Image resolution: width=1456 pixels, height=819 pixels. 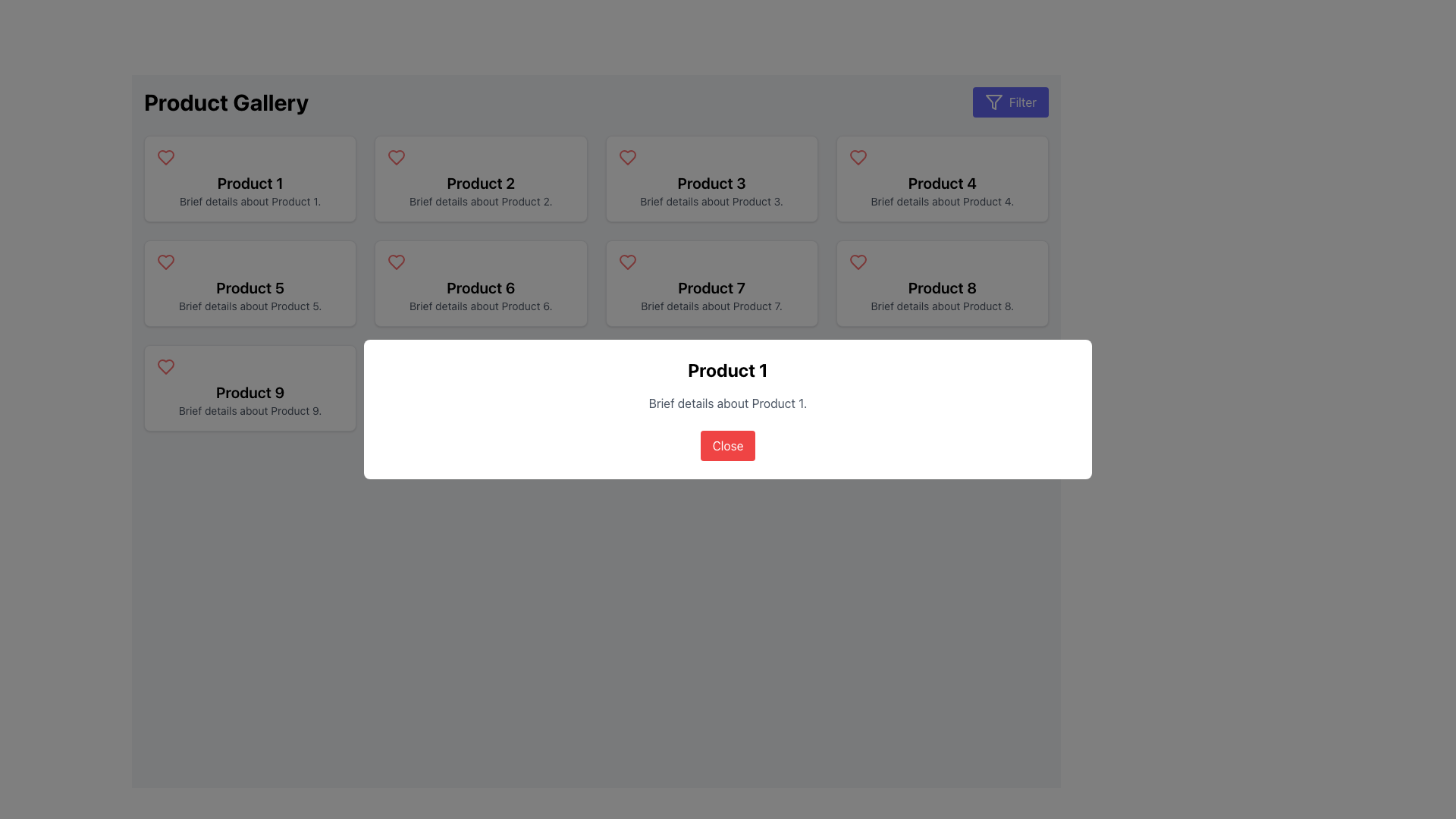 I want to click on the text label displaying 'Product 3', which is styled in bold and larger size, located in the top row, third column of a grid layout, so click(x=711, y=183).